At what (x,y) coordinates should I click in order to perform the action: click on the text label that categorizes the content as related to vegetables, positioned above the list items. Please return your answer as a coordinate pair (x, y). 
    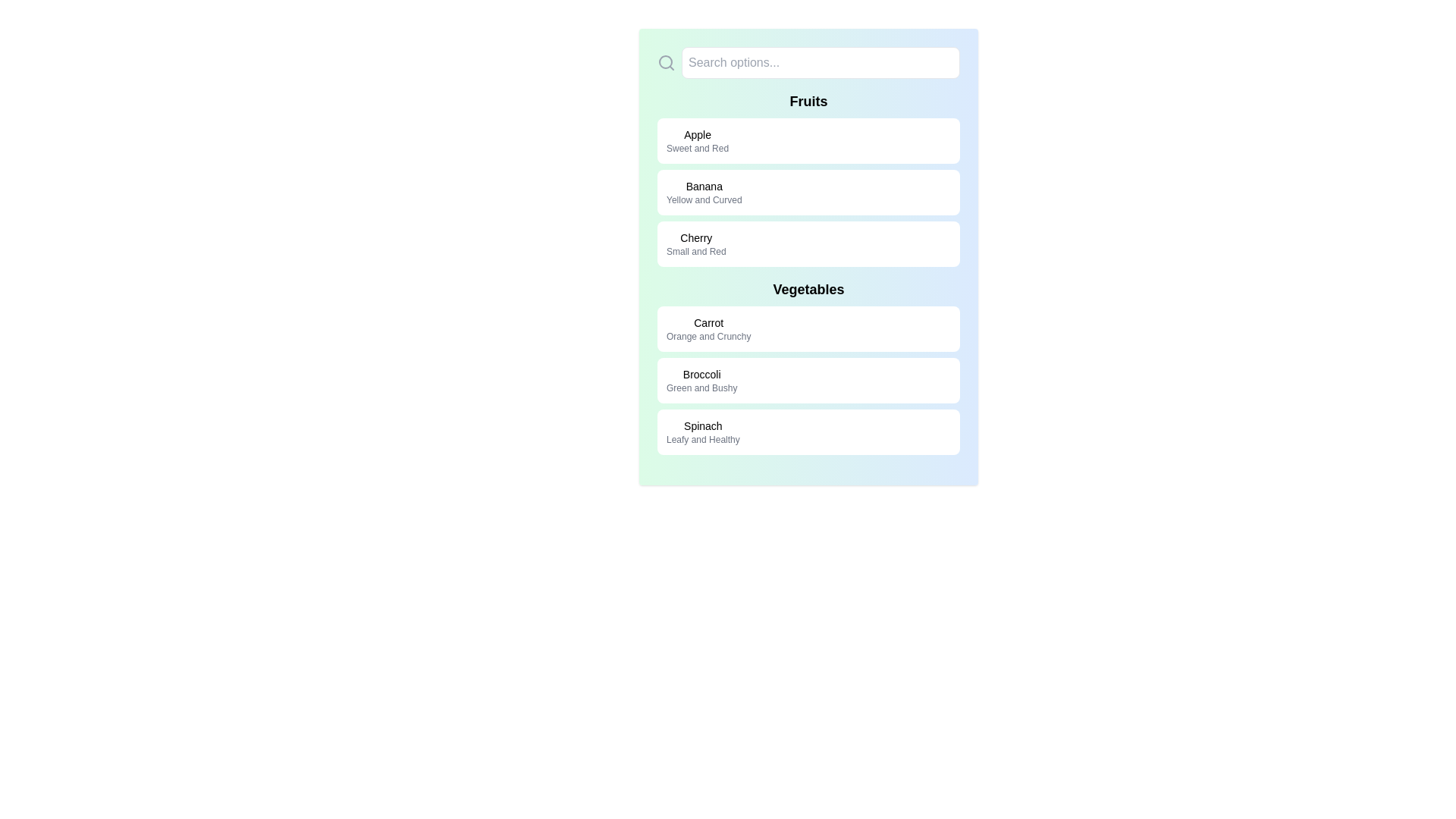
    Looking at the image, I should click on (808, 289).